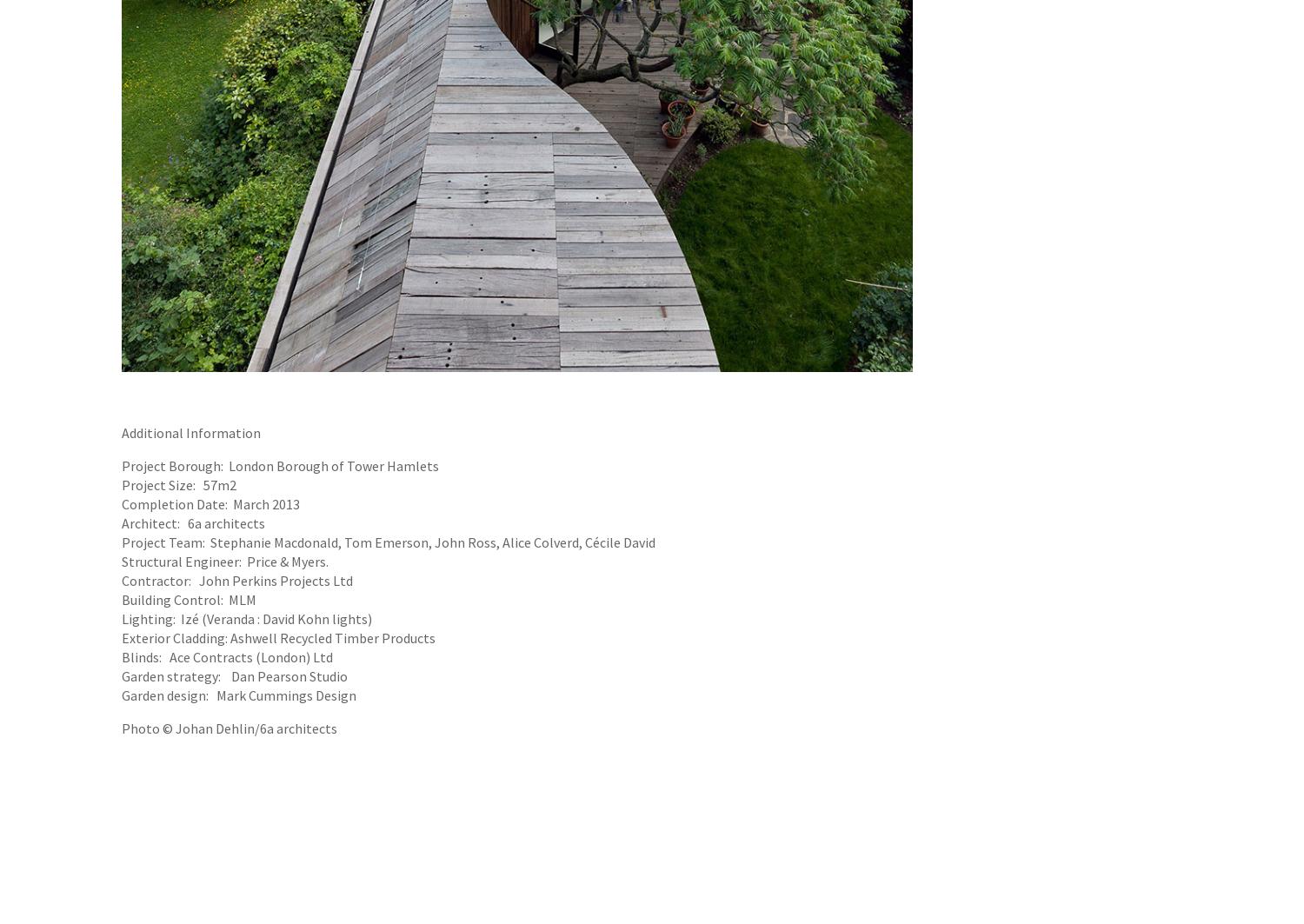  What do you see at coordinates (279, 464) in the screenshot?
I see `'Project Borough:  London Borough of Tower Hamlets'` at bounding box center [279, 464].